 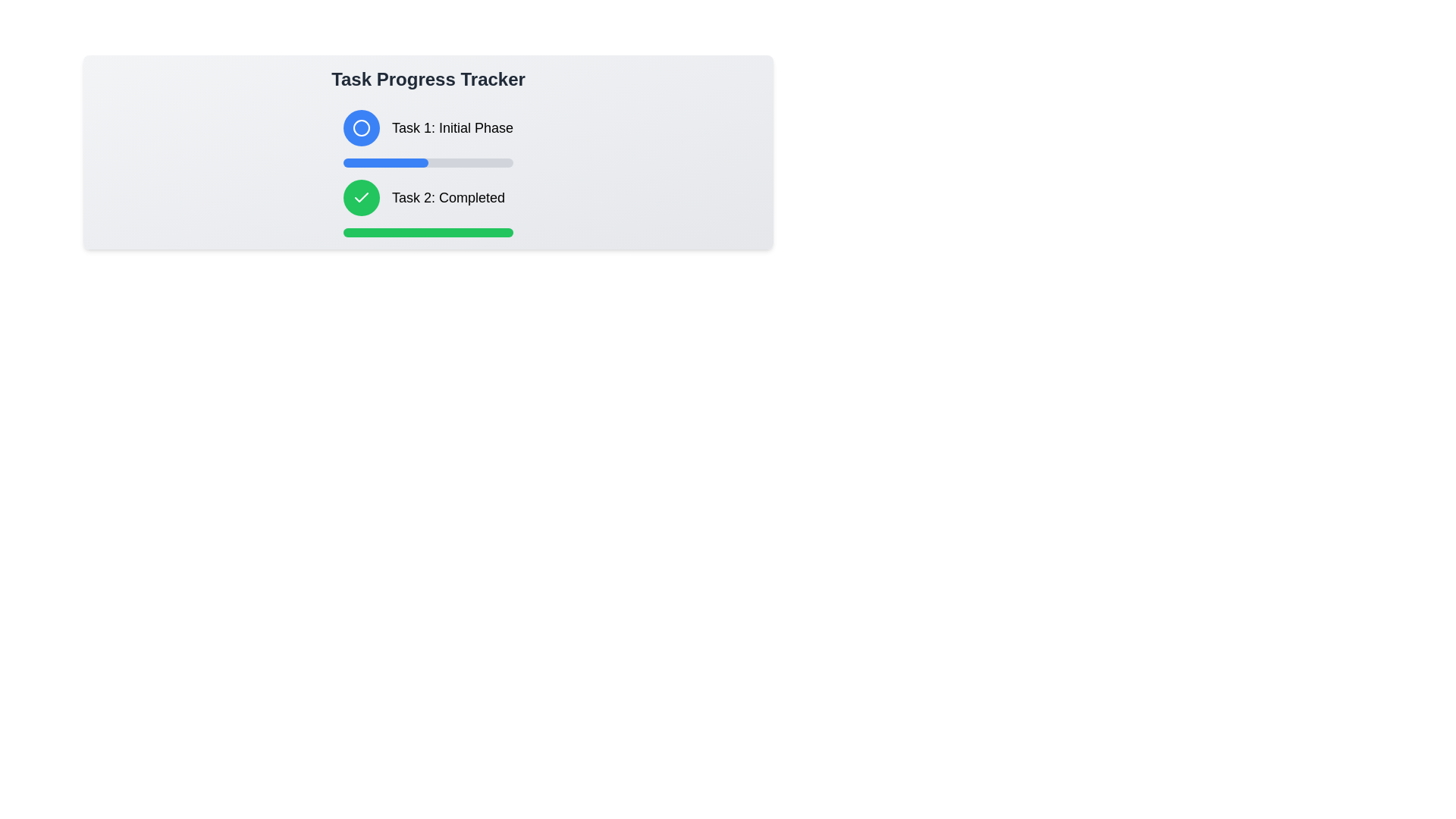 I want to click on the appearance of the SVG icon that serves as a visual indicator within the tracker, located next to the text 'Task 1: Initial Phase' on a blue circular background, so click(x=360, y=127).